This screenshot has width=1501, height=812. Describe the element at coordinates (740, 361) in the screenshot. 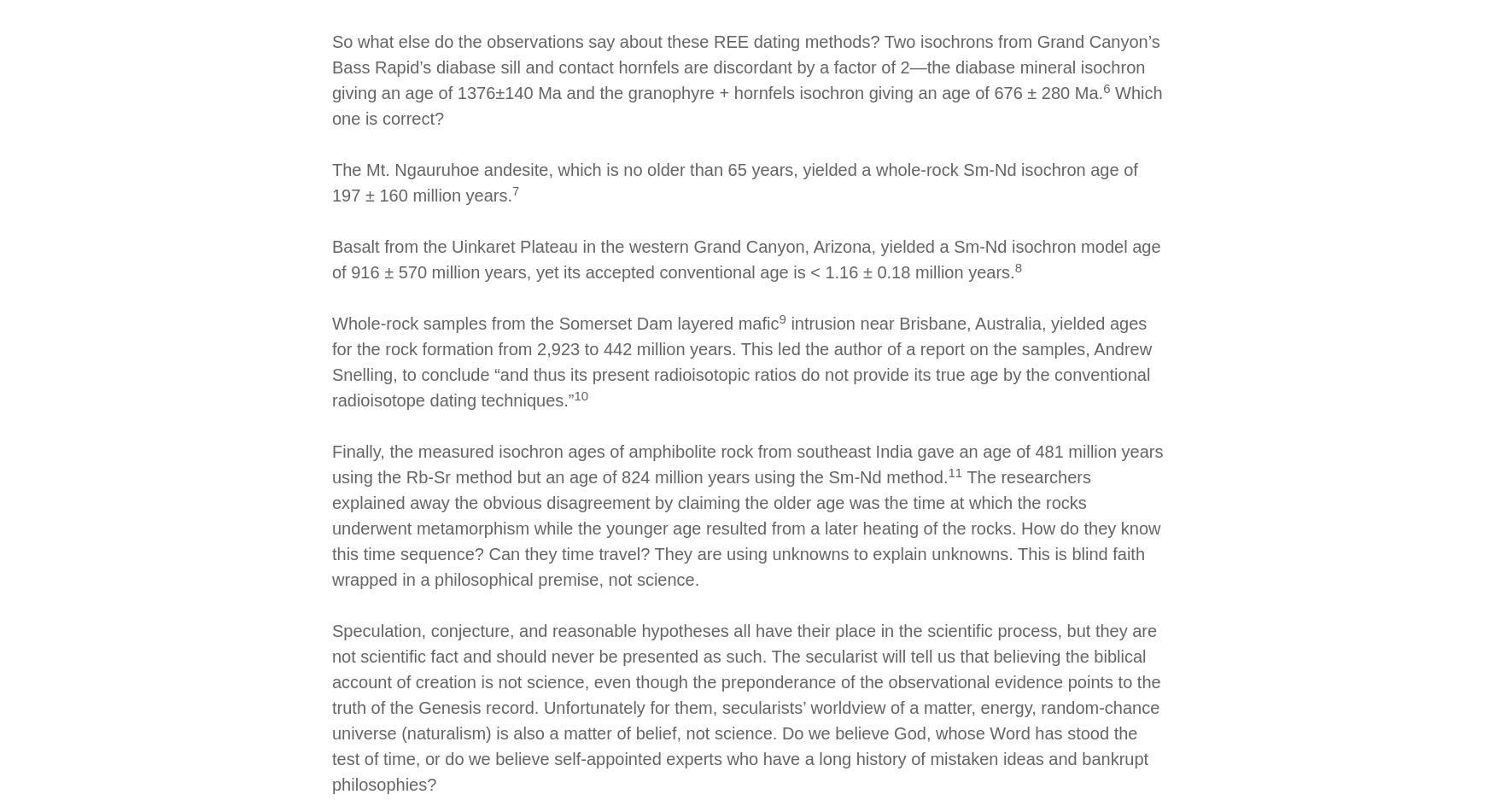

I see `'intrusion near Brisbane, Australia, yielded ages for the rock formation from 2,923 to 442 million years. This led the author of a report on the samples, Andrew Snelling, to conclude “and thus its present radioisotopic ratios do not provide its true age by the conventional radioisotope dating techniques.”'` at that location.